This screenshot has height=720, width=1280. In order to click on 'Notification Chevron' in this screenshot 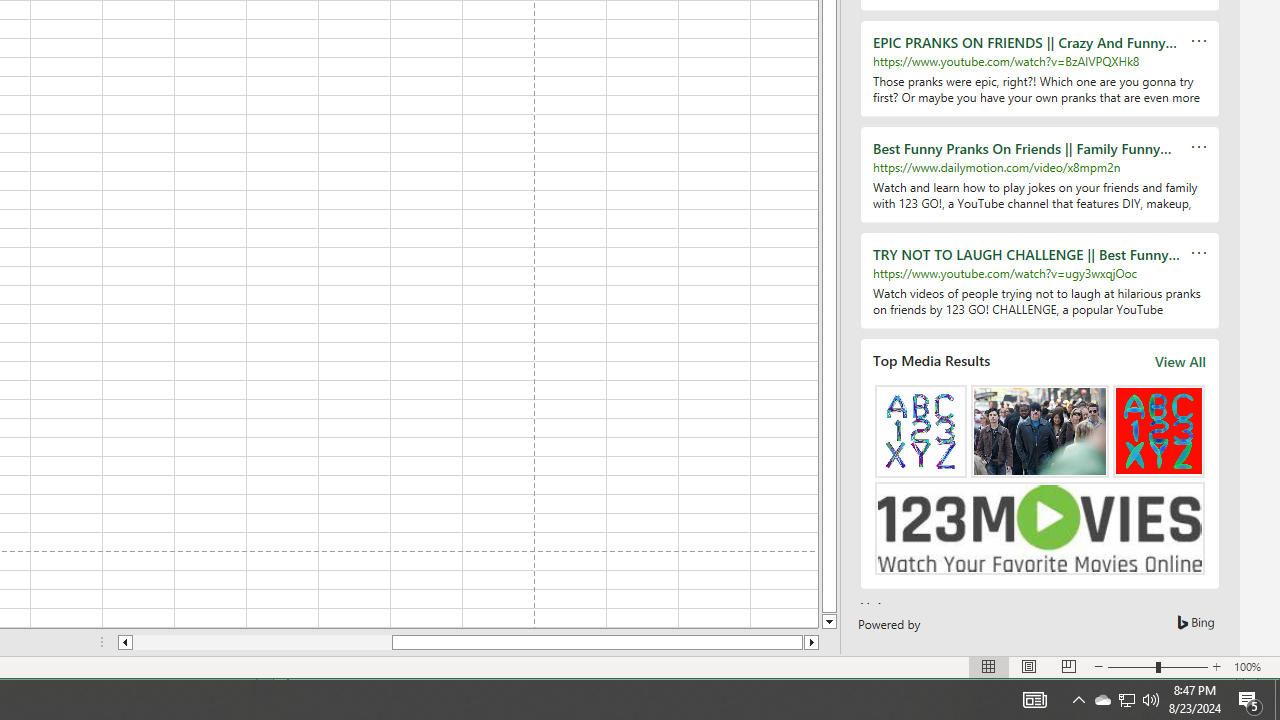, I will do `click(1101, 698)`.